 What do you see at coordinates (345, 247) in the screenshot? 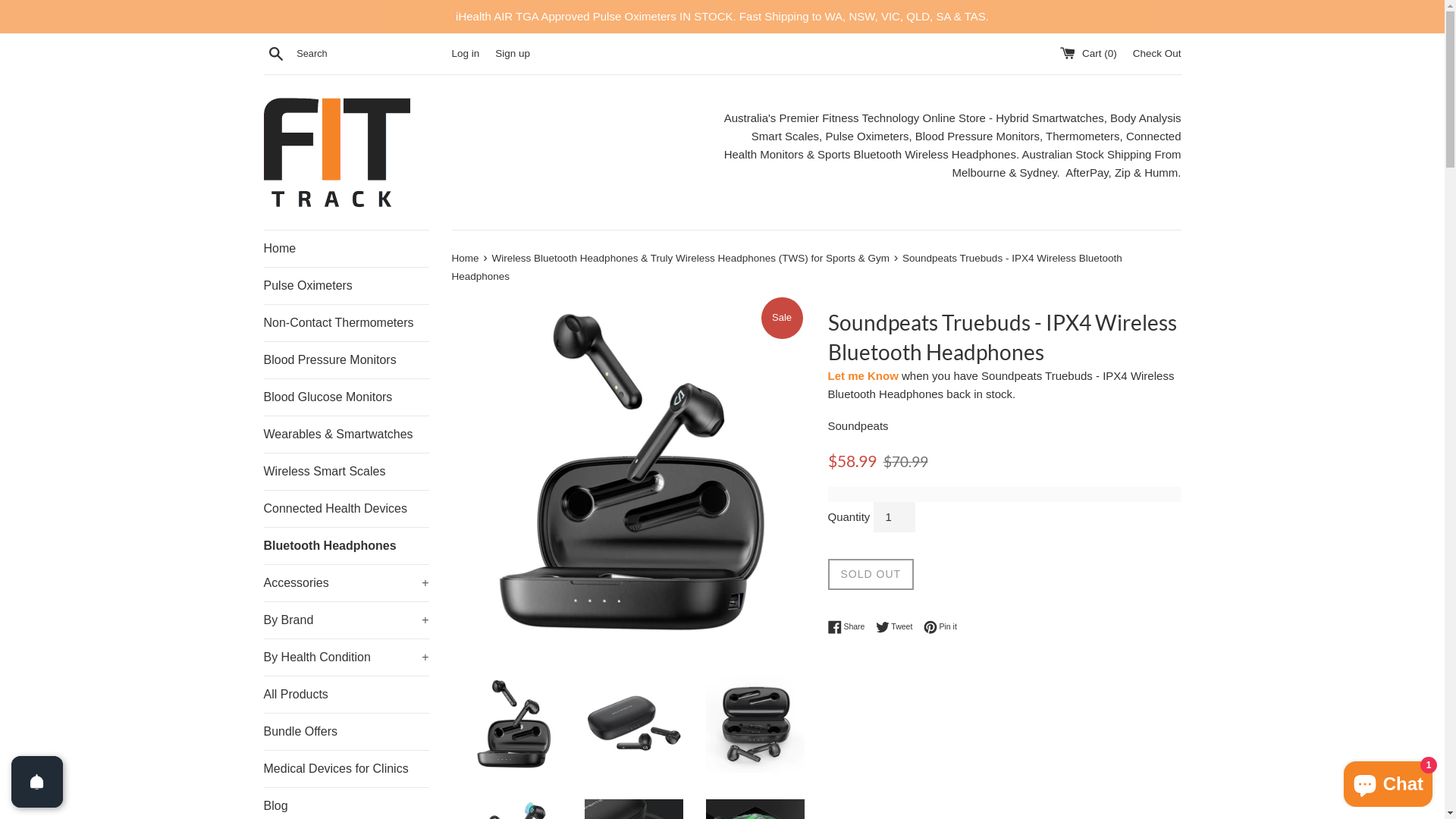
I see `'Home'` at bounding box center [345, 247].